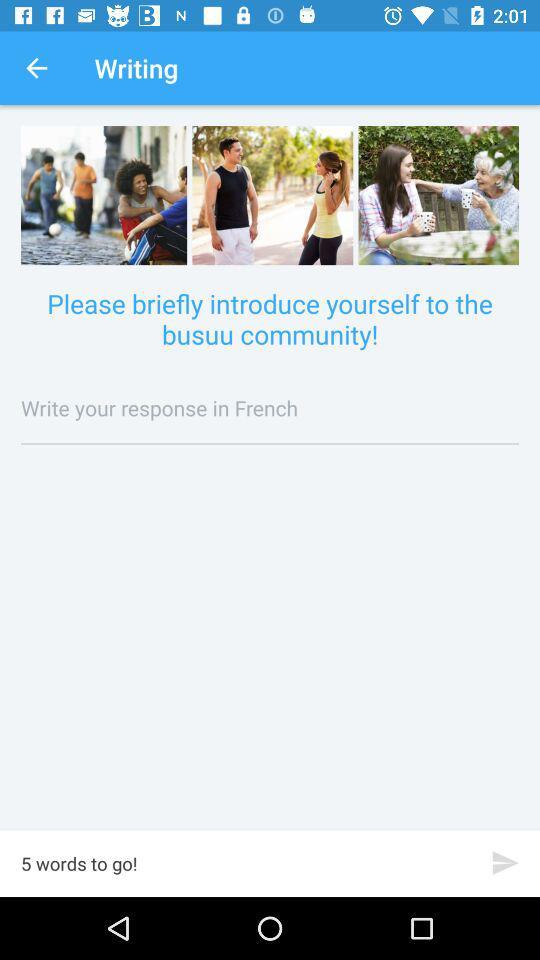 This screenshot has width=540, height=960. What do you see at coordinates (270, 407) in the screenshot?
I see `tap to write your response in french` at bounding box center [270, 407].